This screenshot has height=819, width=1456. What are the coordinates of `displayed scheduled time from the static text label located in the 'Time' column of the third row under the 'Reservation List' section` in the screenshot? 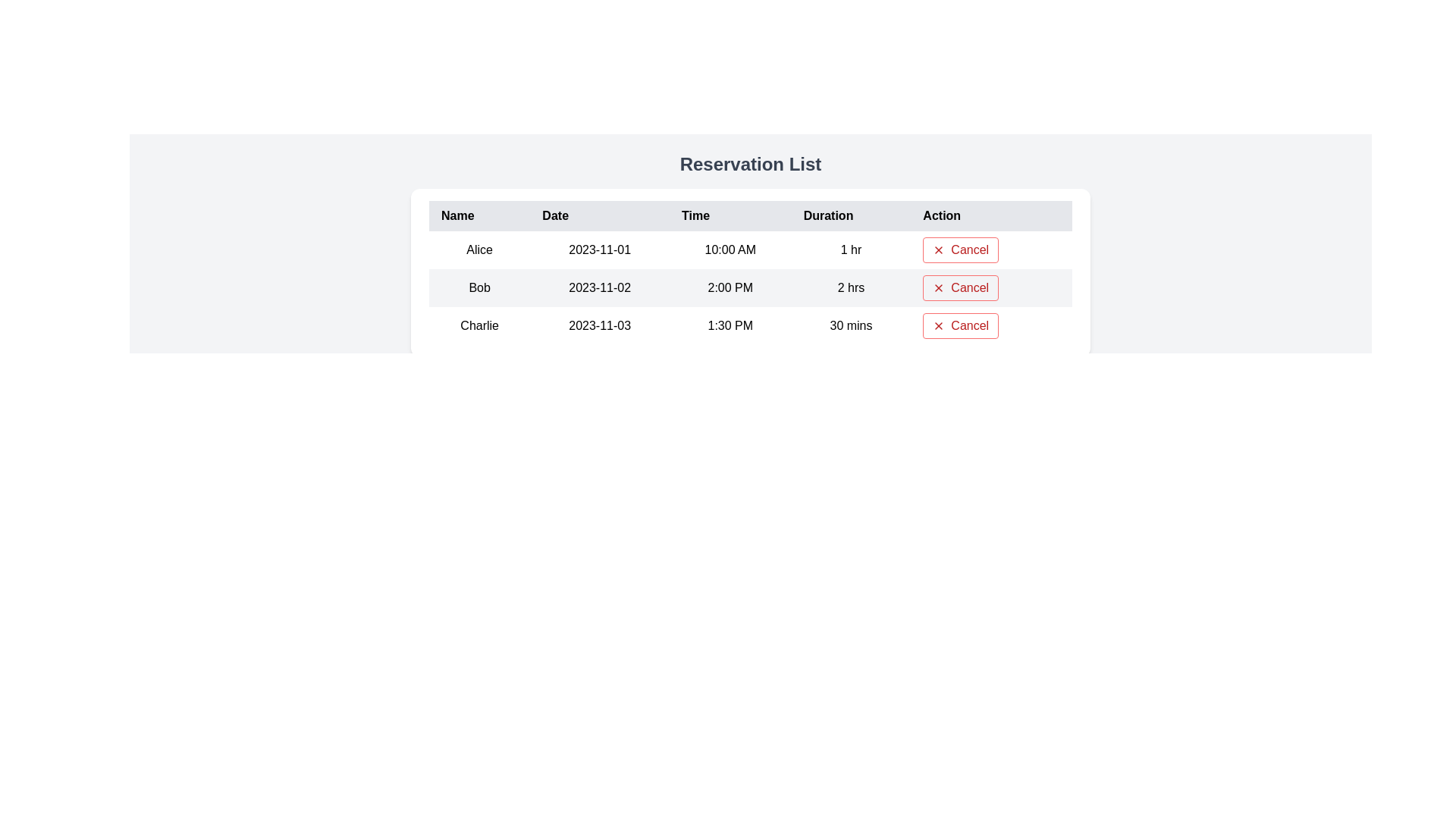 It's located at (730, 325).